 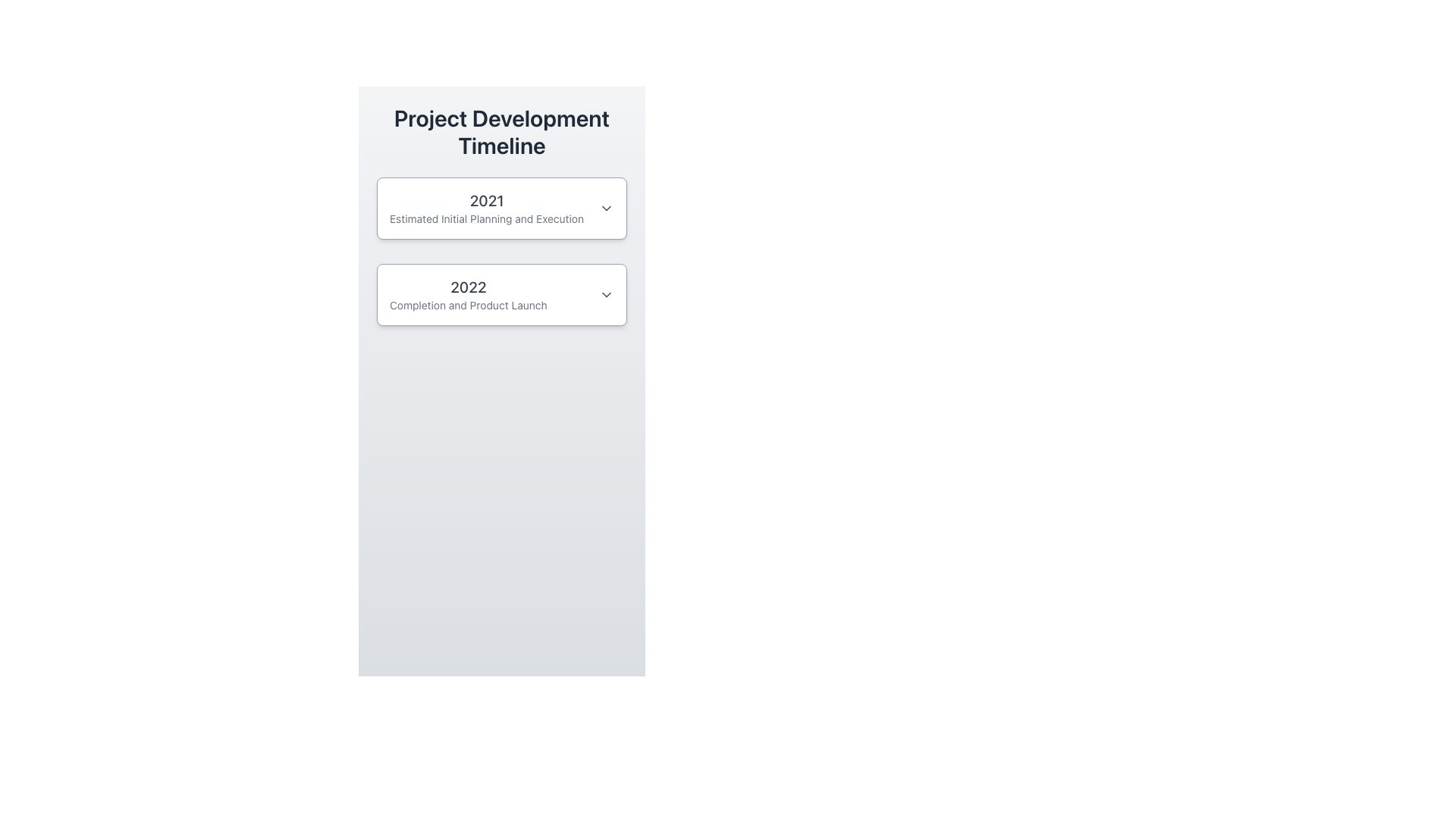 What do you see at coordinates (502, 295) in the screenshot?
I see `the collapsible list item for the '2022' project phase located under the 'Project Development Timeline' header` at bounding box center [502, 295].